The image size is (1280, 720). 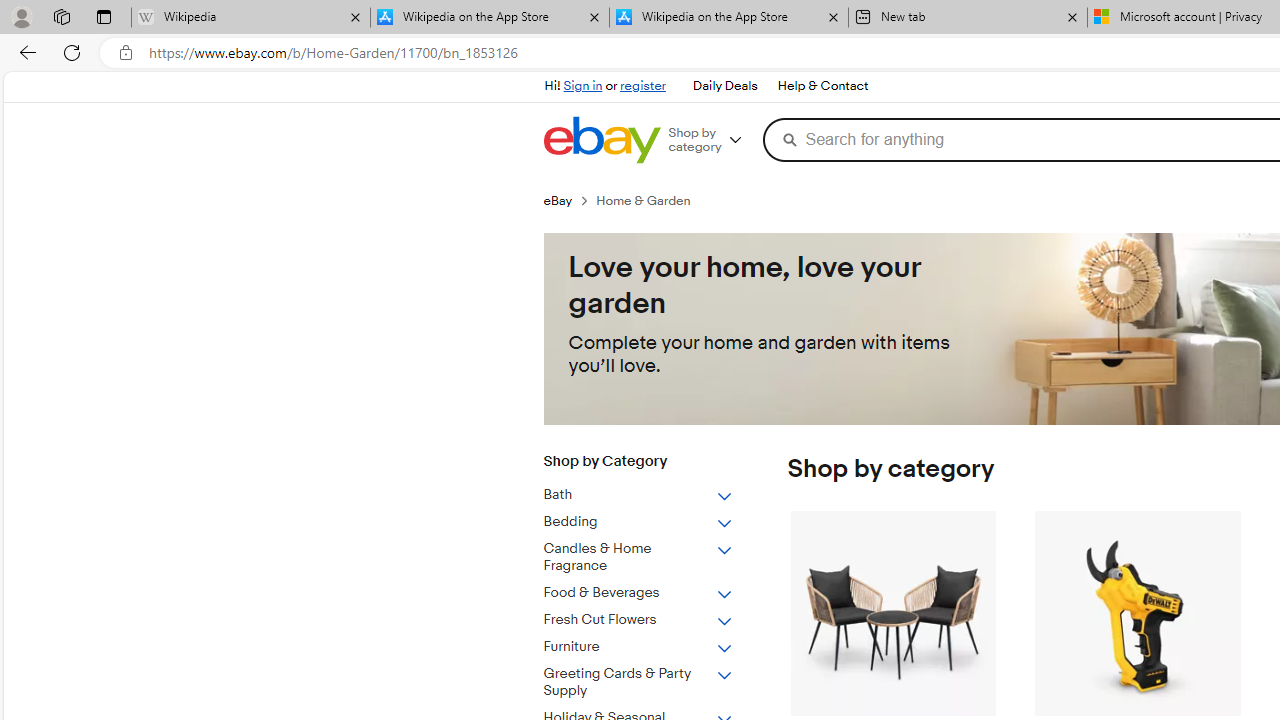 I want to click on 'Candles & Home Fragrance', so click(x=653, y=554).